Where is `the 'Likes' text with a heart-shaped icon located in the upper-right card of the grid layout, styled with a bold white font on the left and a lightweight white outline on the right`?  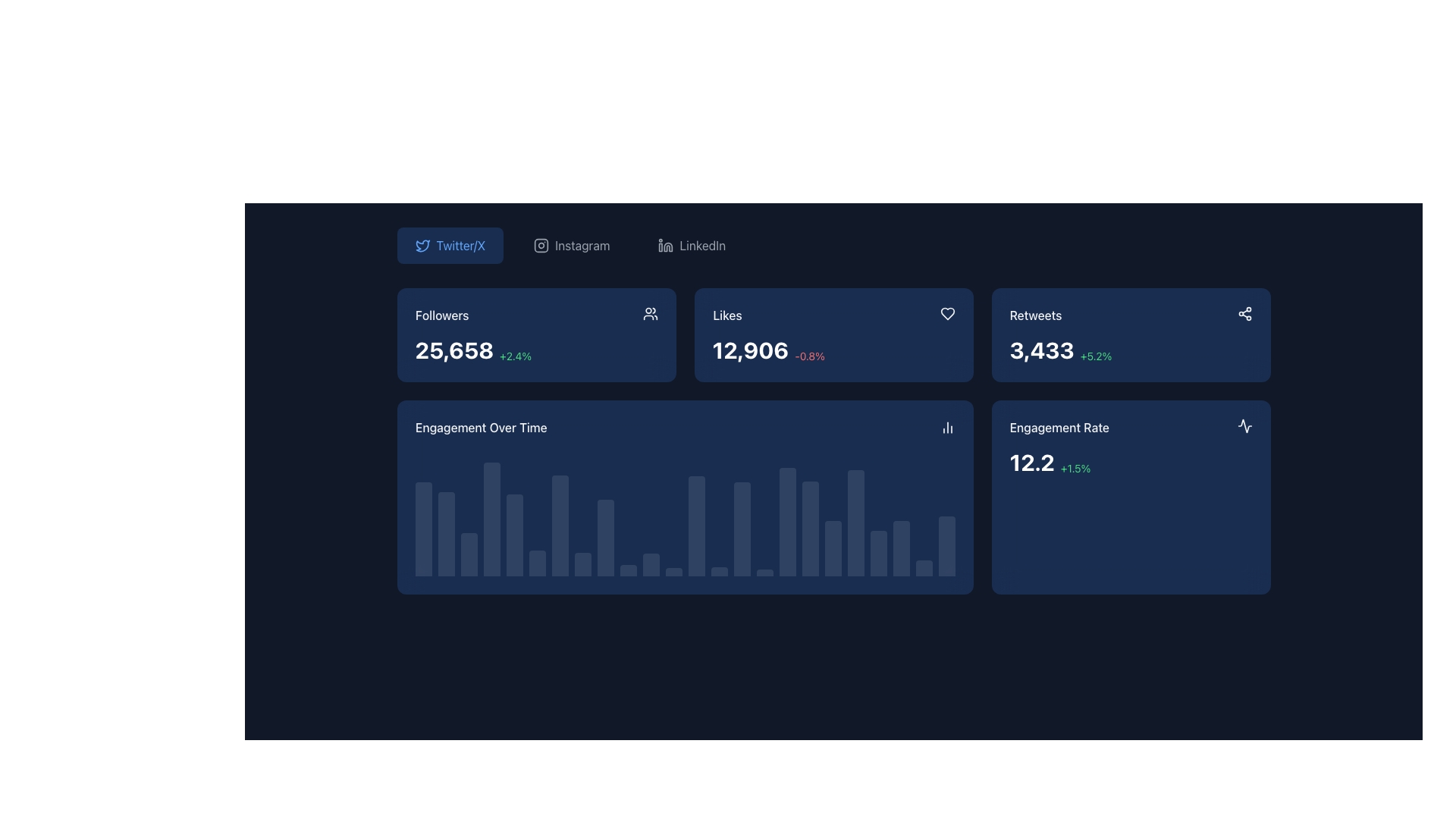
the 'Likes' text with a heart-shaped icon located in the upper-right card of the grid layout, styled with a bold white font on the left and a lightweight white outline on the right is located at coordinates (833, 315).